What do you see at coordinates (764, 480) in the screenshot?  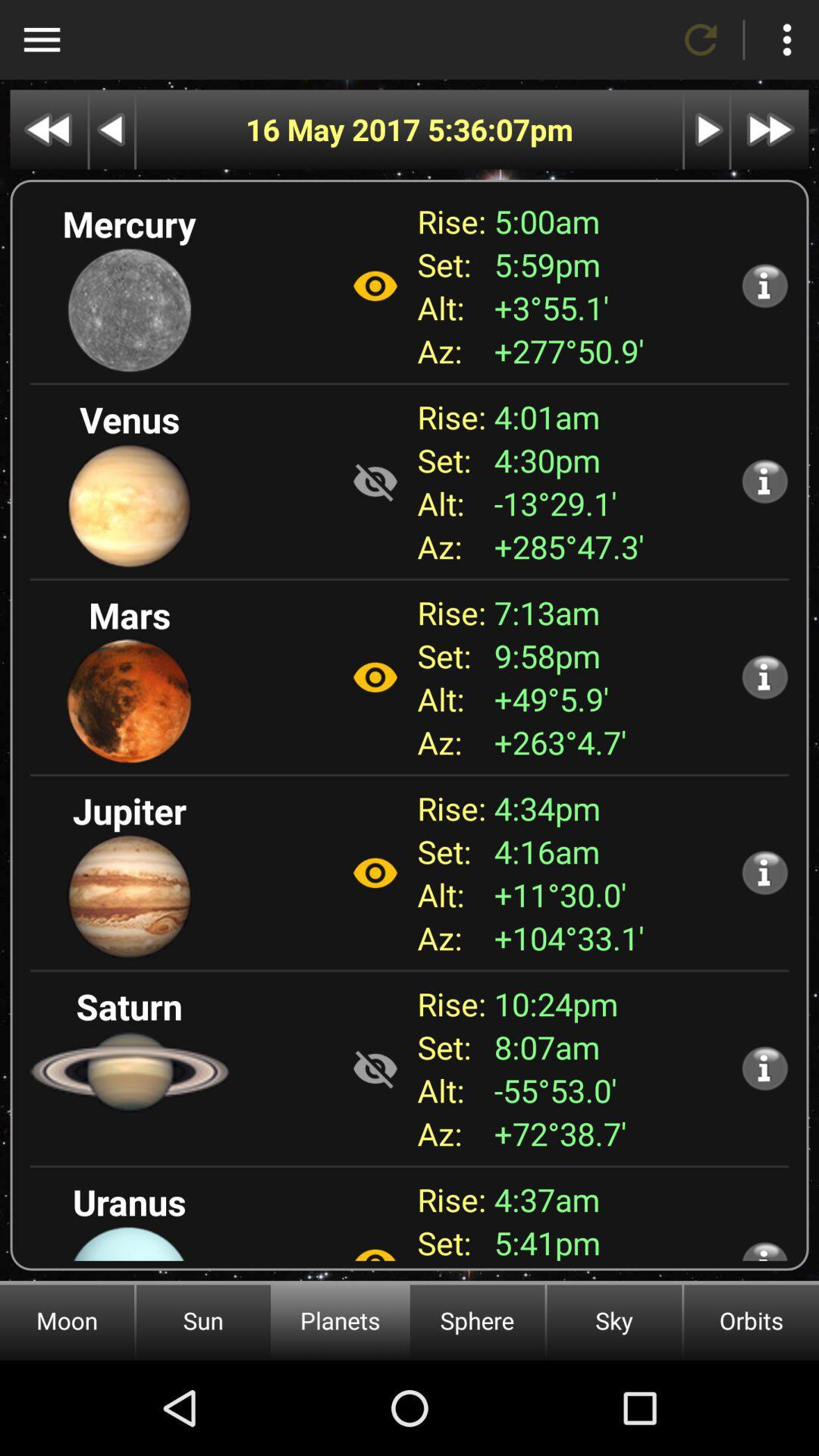 I see `planets-venus information is here` at bounding box center [764, 480].